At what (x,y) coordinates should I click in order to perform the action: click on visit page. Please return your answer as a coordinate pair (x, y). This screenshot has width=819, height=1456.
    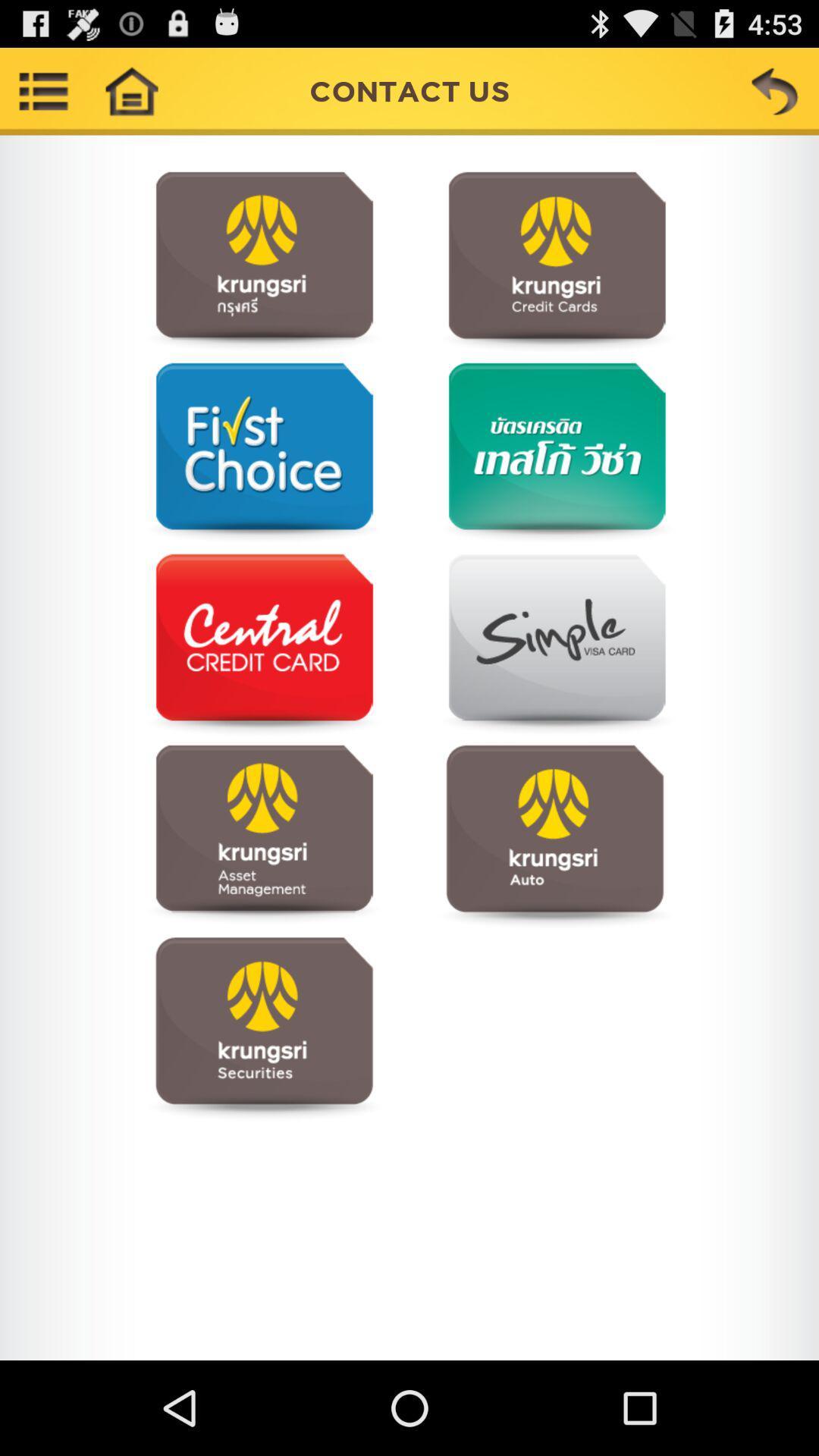
    Looking at the image, I should click on (263, 1027).